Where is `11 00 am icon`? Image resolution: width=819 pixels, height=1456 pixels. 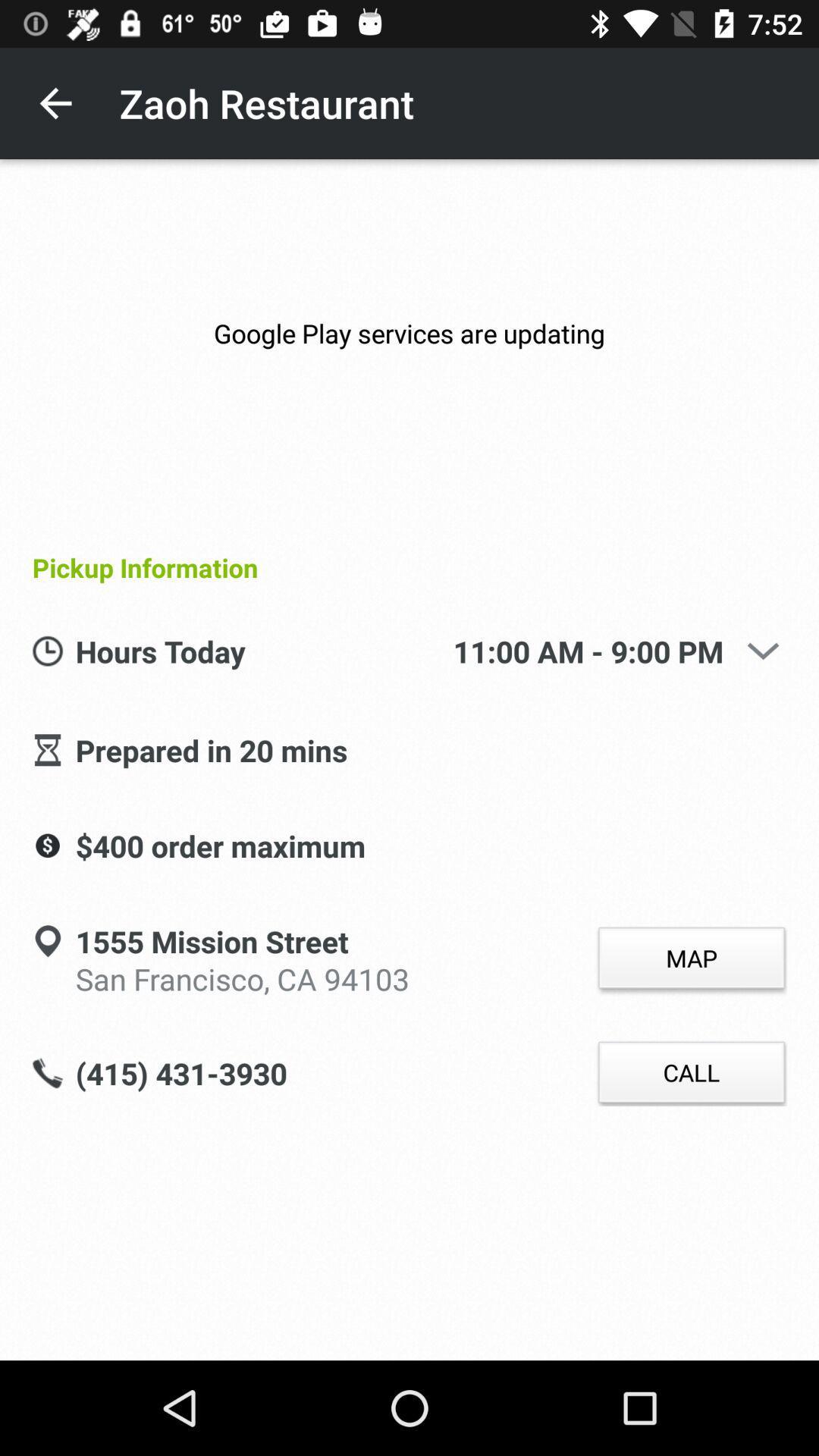
11 00 am icon is located at coordinates (587, 652).